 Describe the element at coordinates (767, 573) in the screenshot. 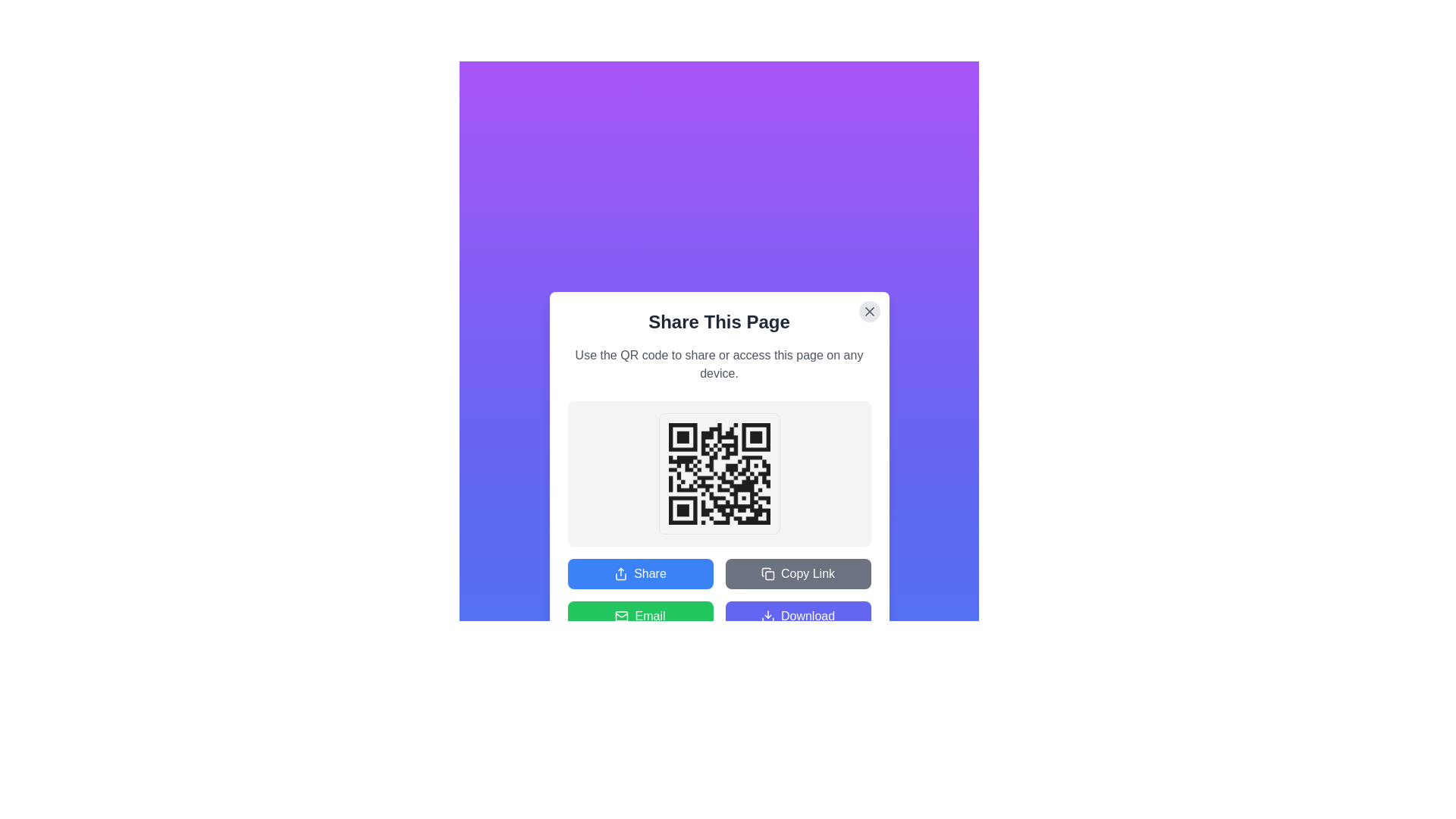

I see `the copy action icon located inside the 'Copy Link' button, which is positioned in the lower-right section of the pop-up dialog, next to the text 'Copy Link'` at that location.